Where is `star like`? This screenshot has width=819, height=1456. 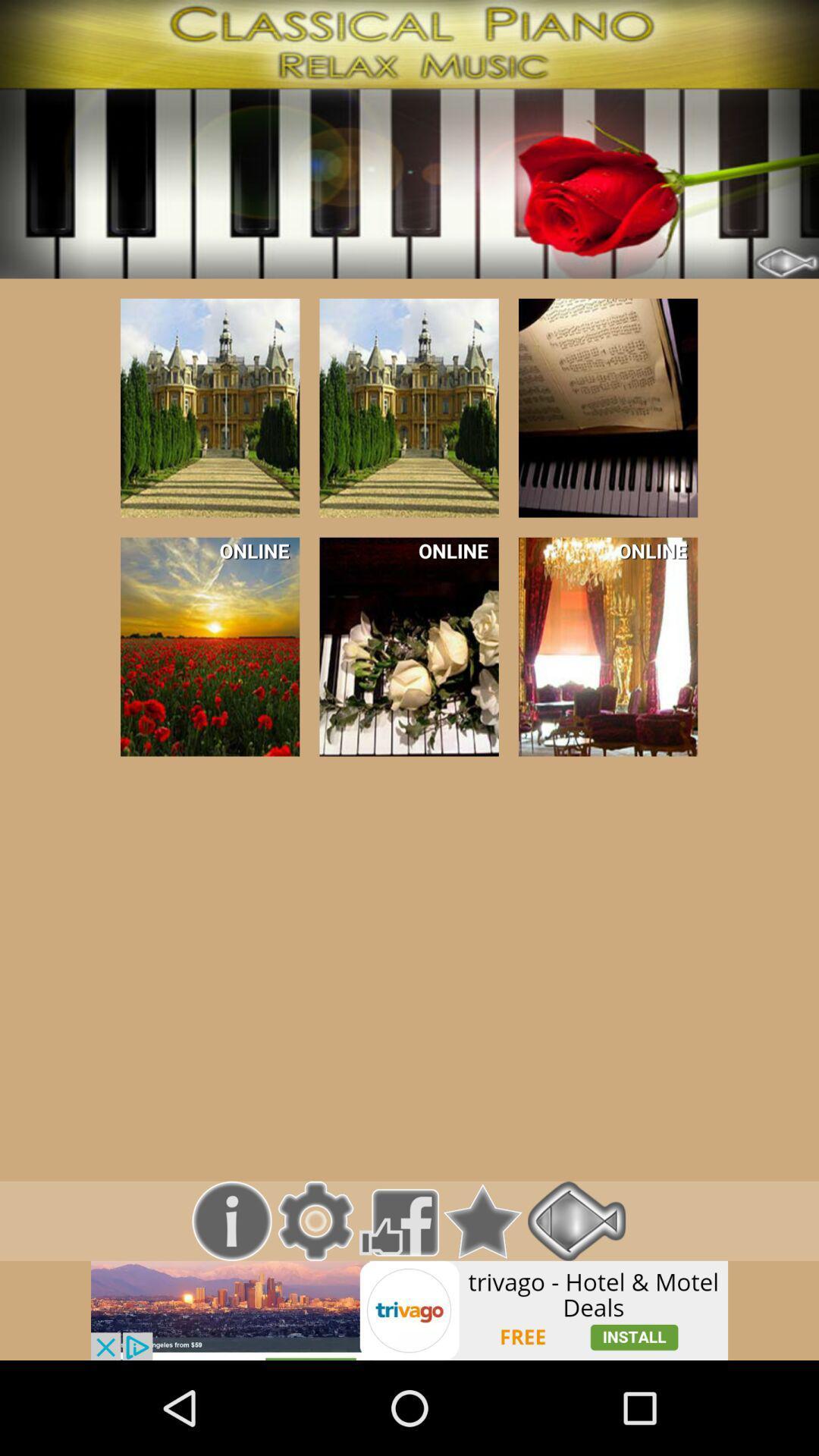 star like is located at coordinates (482, 1221).